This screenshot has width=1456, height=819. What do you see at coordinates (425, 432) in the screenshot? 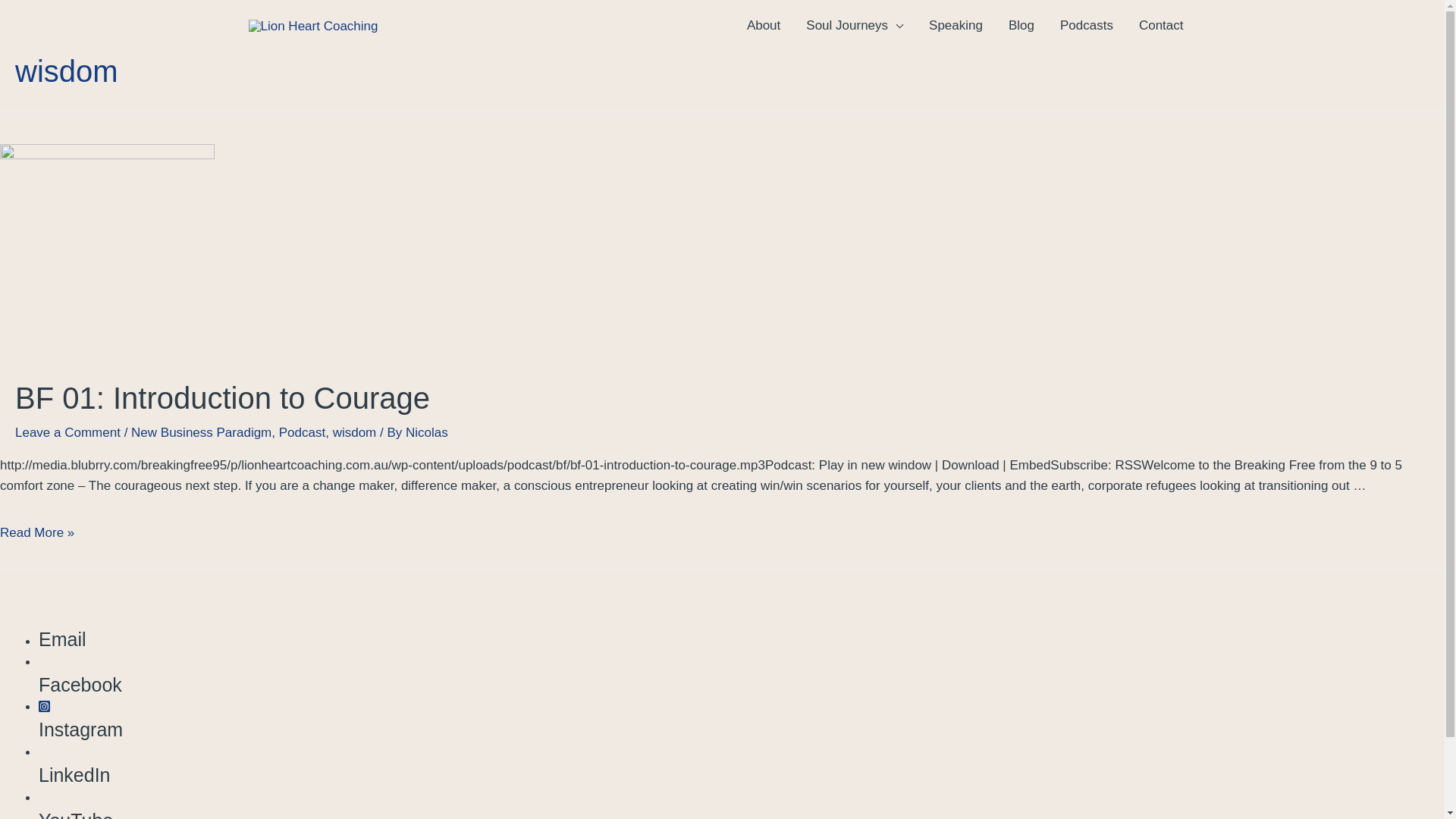
I see `'Nicolas'` at bounding box center [425, 432].